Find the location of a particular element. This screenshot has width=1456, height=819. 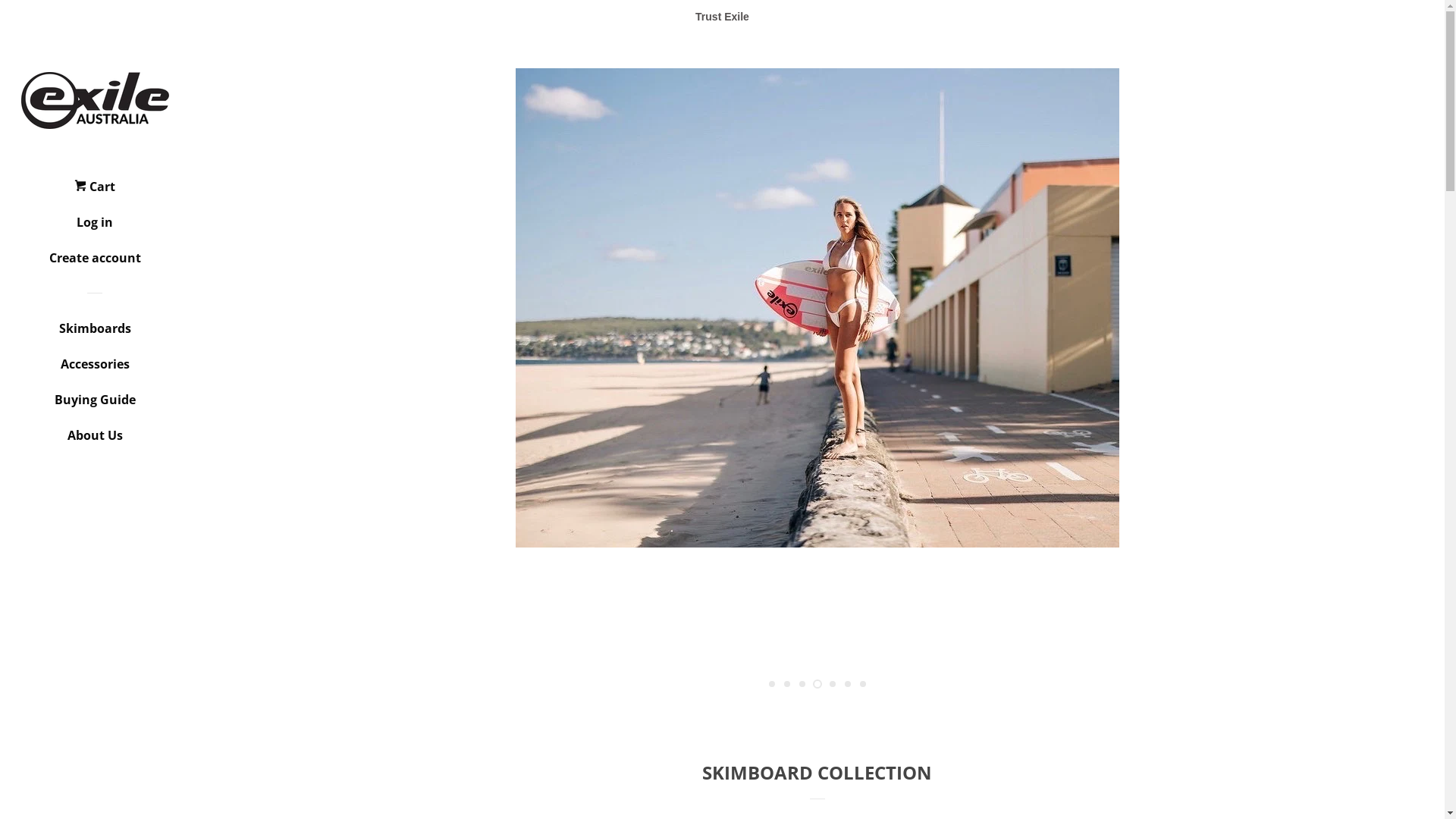

'Accessories' is located at coordinates (93, 369).